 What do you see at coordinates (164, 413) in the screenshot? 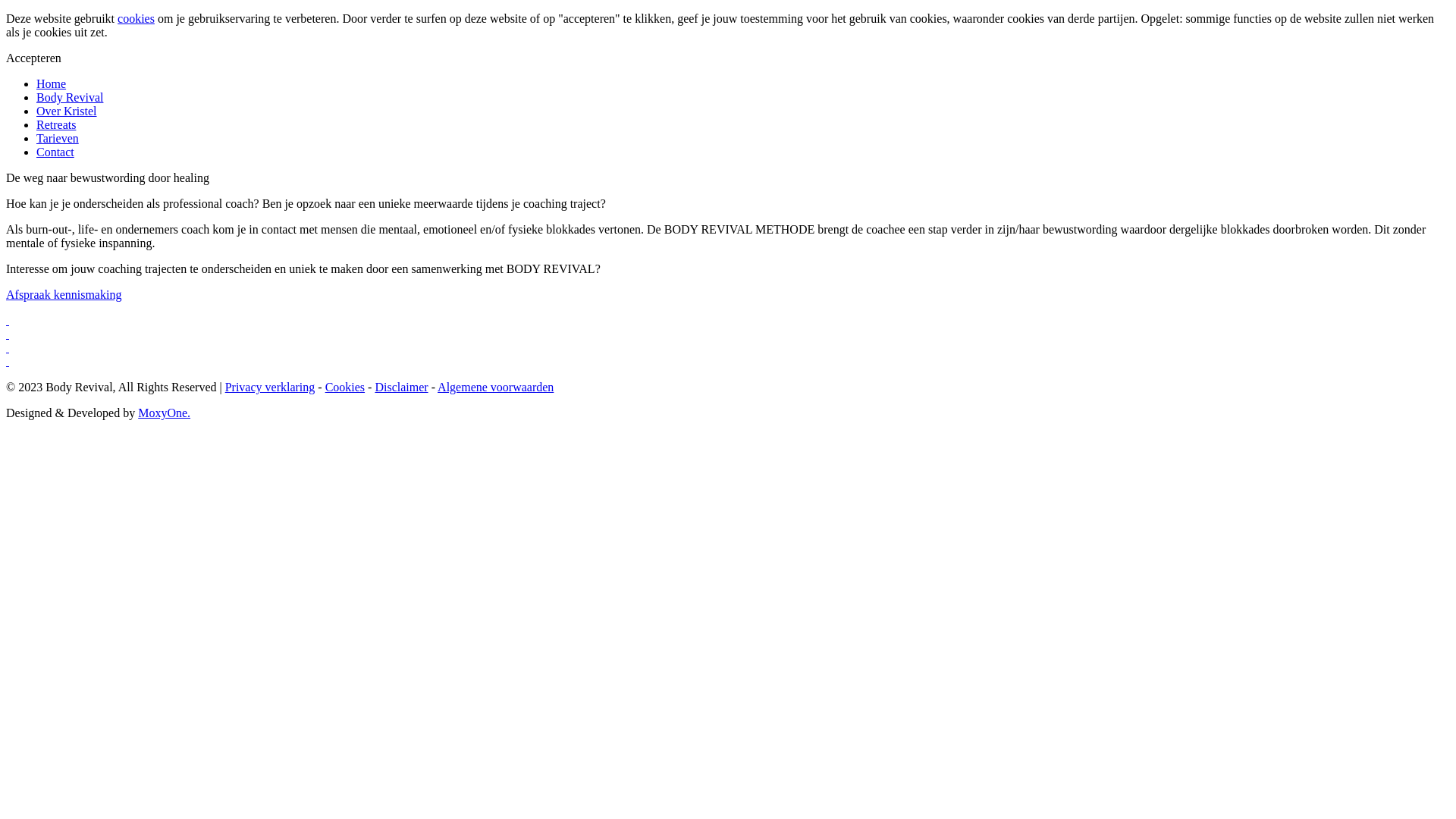
I see `'MoxyOne.'` at bounding box center [164, 413].